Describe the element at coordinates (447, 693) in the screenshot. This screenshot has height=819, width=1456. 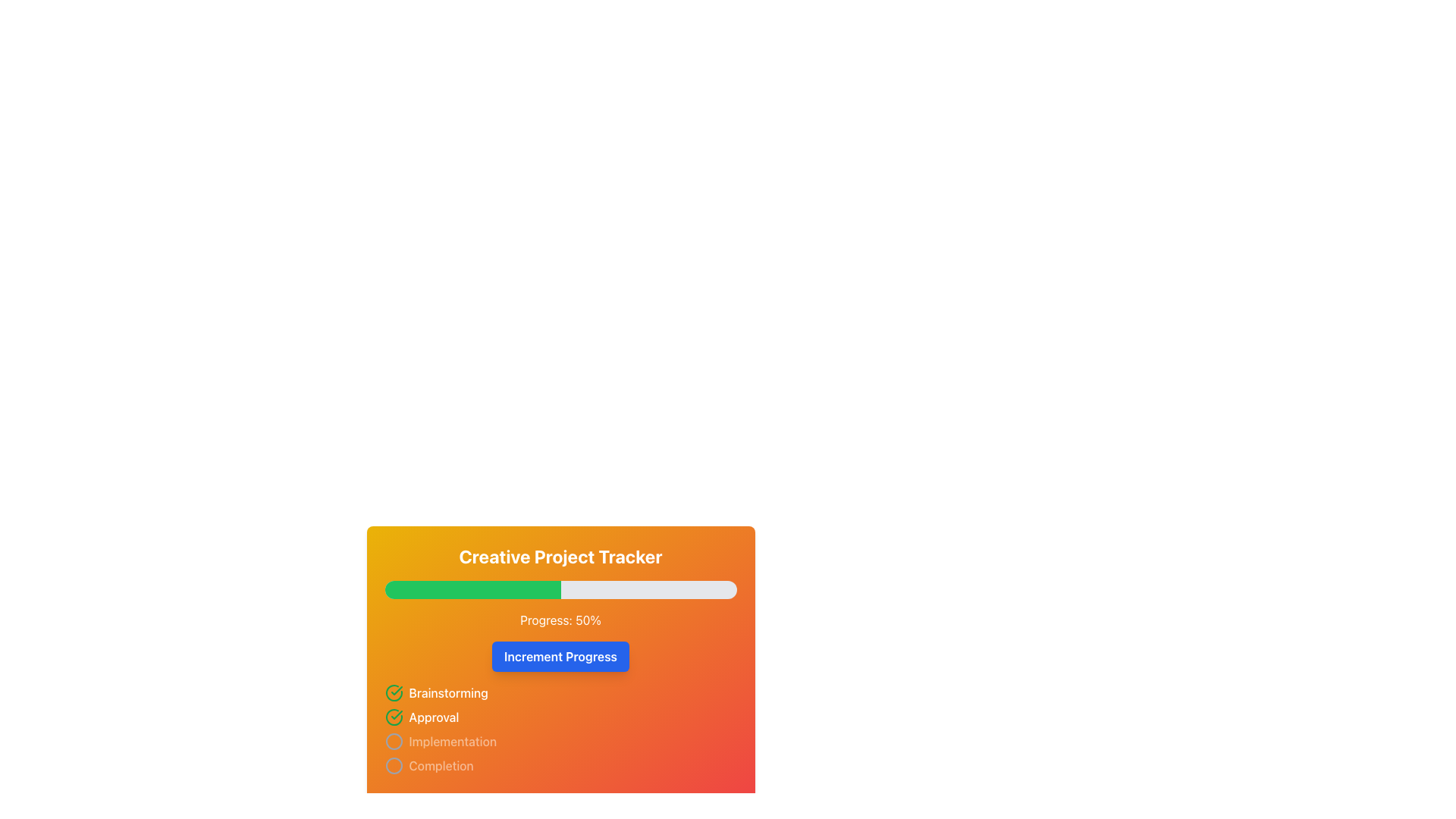
I see `the 'Brainstorming' phase text label in the project tracker checklist, which is the first list item aligned with a green checkmark icon` at that location.